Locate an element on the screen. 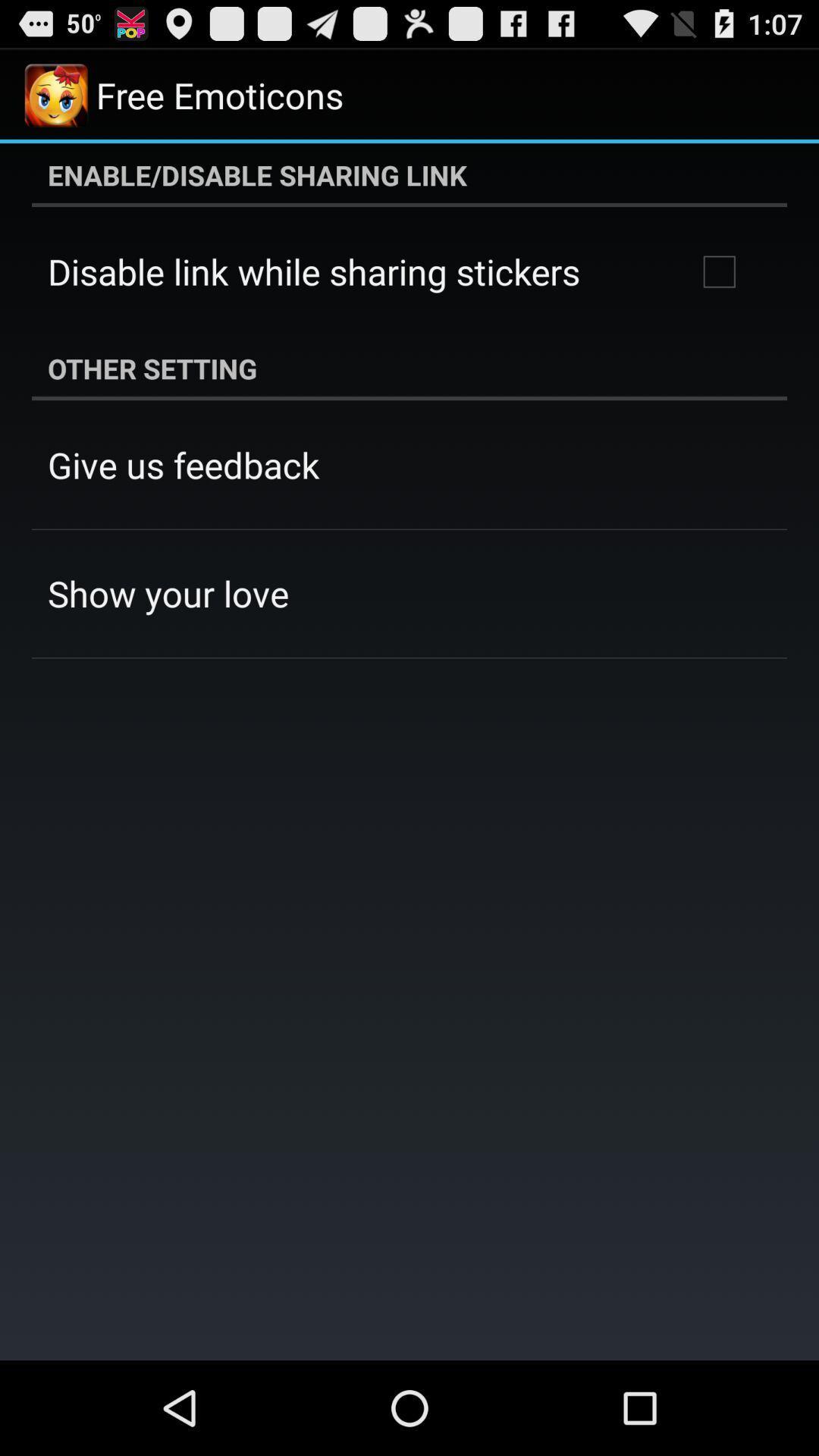 The image size is (819, 1456). app on the left is located at coordinates (168, 592).